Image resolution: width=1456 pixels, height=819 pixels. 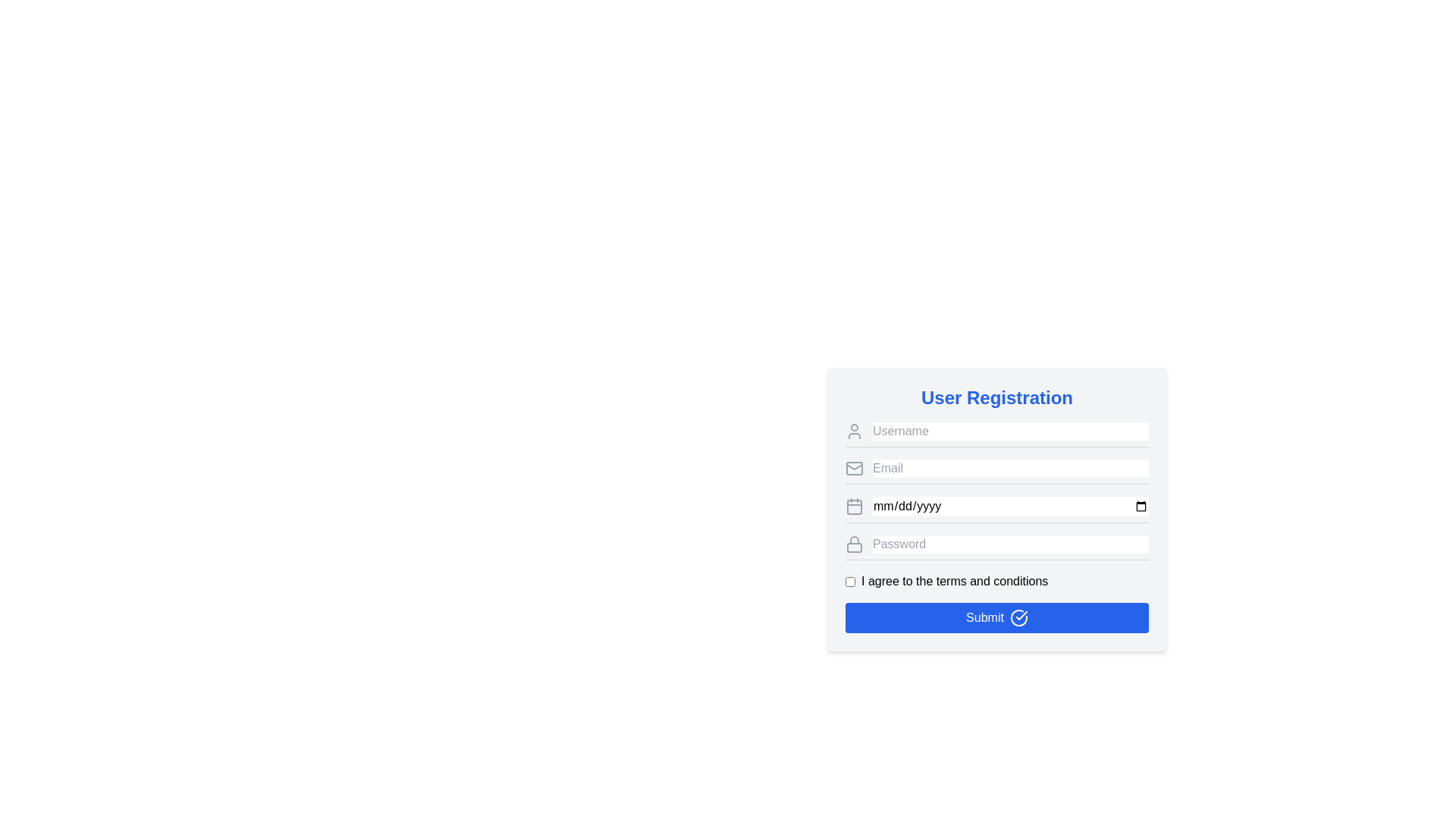 I want to click on the date input field icon (SVG) located at the beginning of the registration form, positioned directly to the left of the date input field with the placeholder 'mm/dd/yyyy', so click(x=855, y=506).